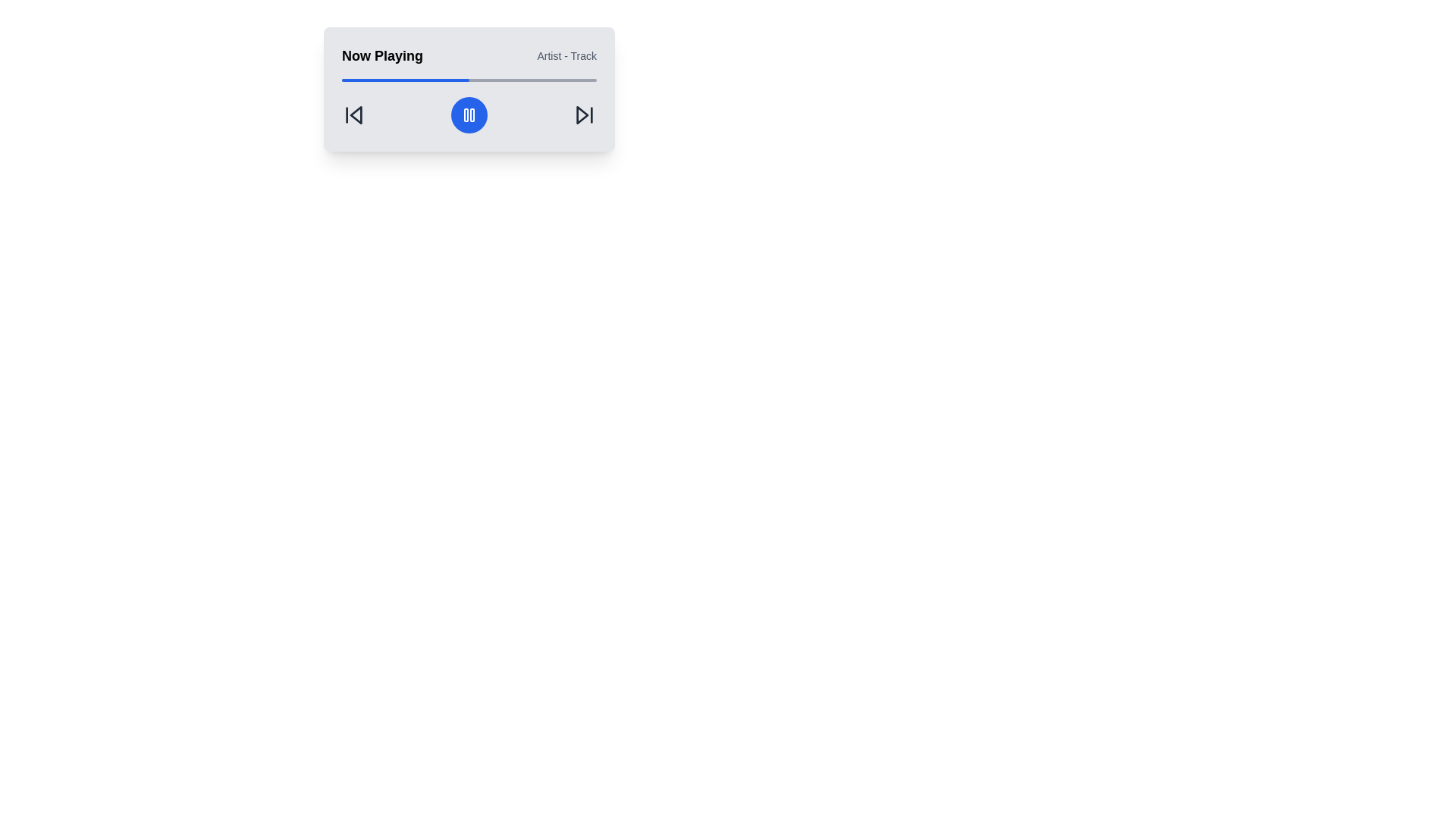 This screenshot has width=1456, height=819. Describe the element at coordinates (405, 80) in the screenshot. I see `the blue filled segment of the progress bar located in the upper portion of the interface` at that location.